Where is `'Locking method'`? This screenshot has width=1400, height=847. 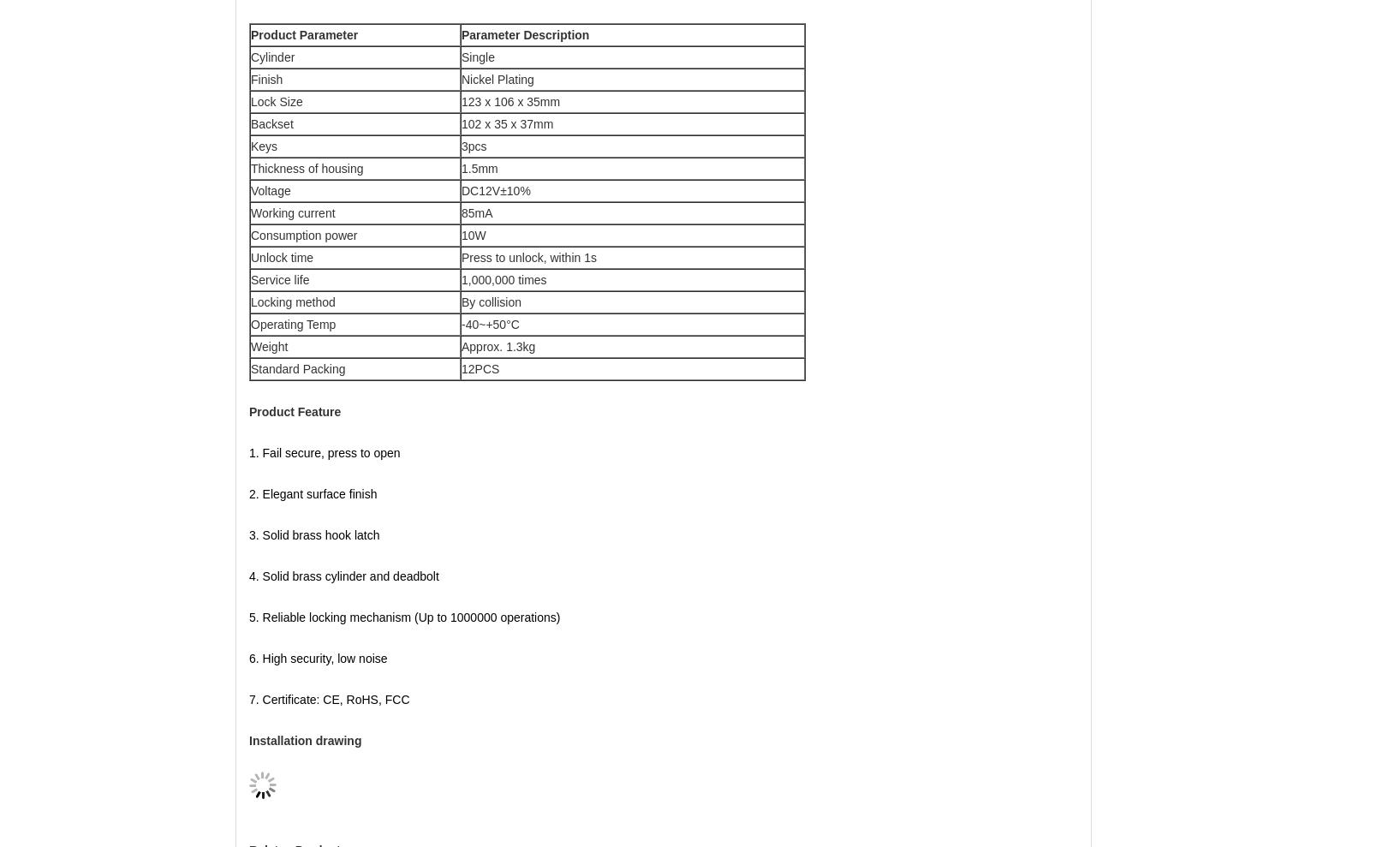
'Locking method' is located at coordinates (292, 301).